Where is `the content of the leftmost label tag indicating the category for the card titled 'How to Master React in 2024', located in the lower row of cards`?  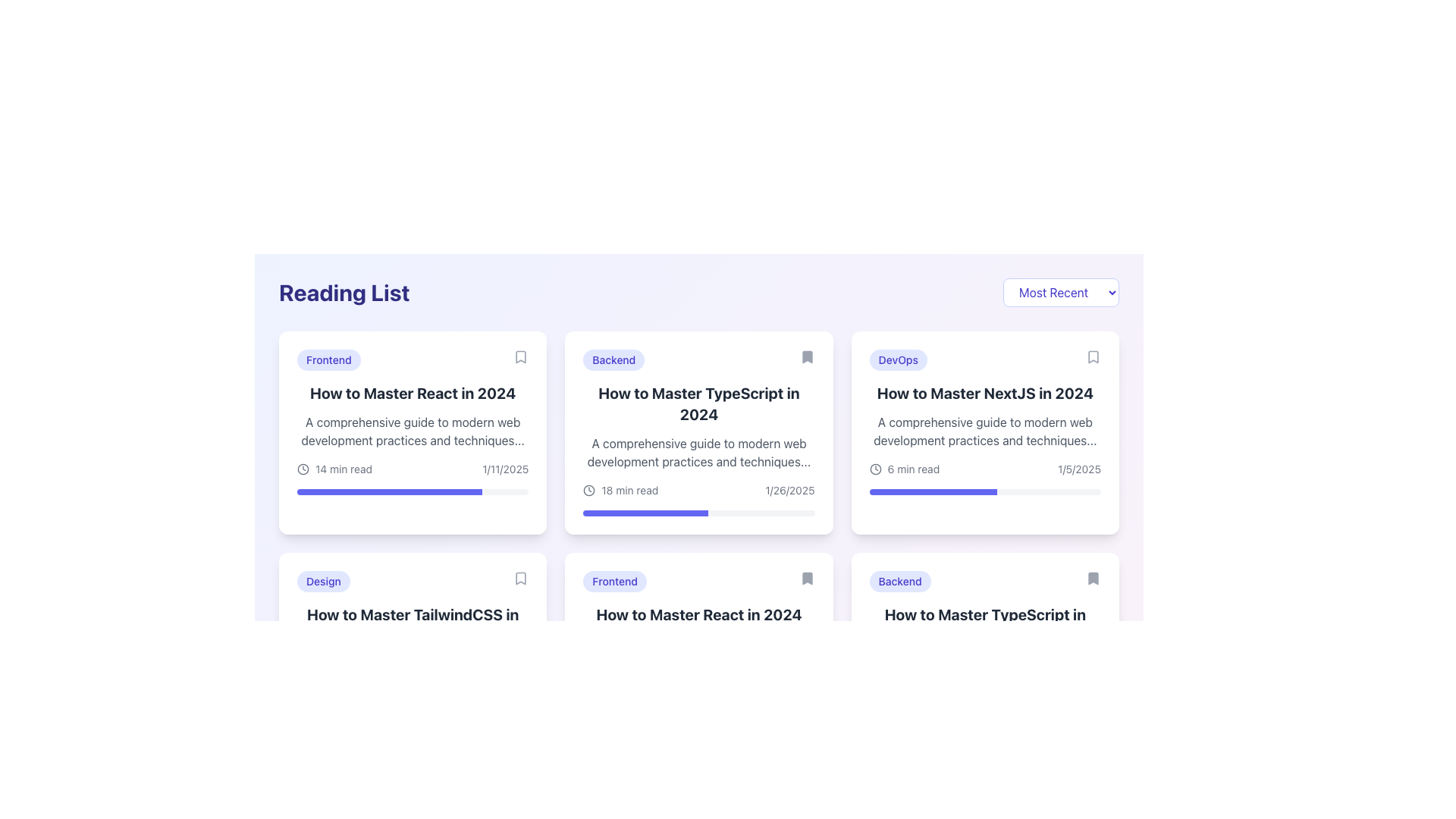 the content of the leftmost label tag indicating the category for the card titled 'How to Master React in 2024', located in the lower row of cards is located at coordinates (615, 581).